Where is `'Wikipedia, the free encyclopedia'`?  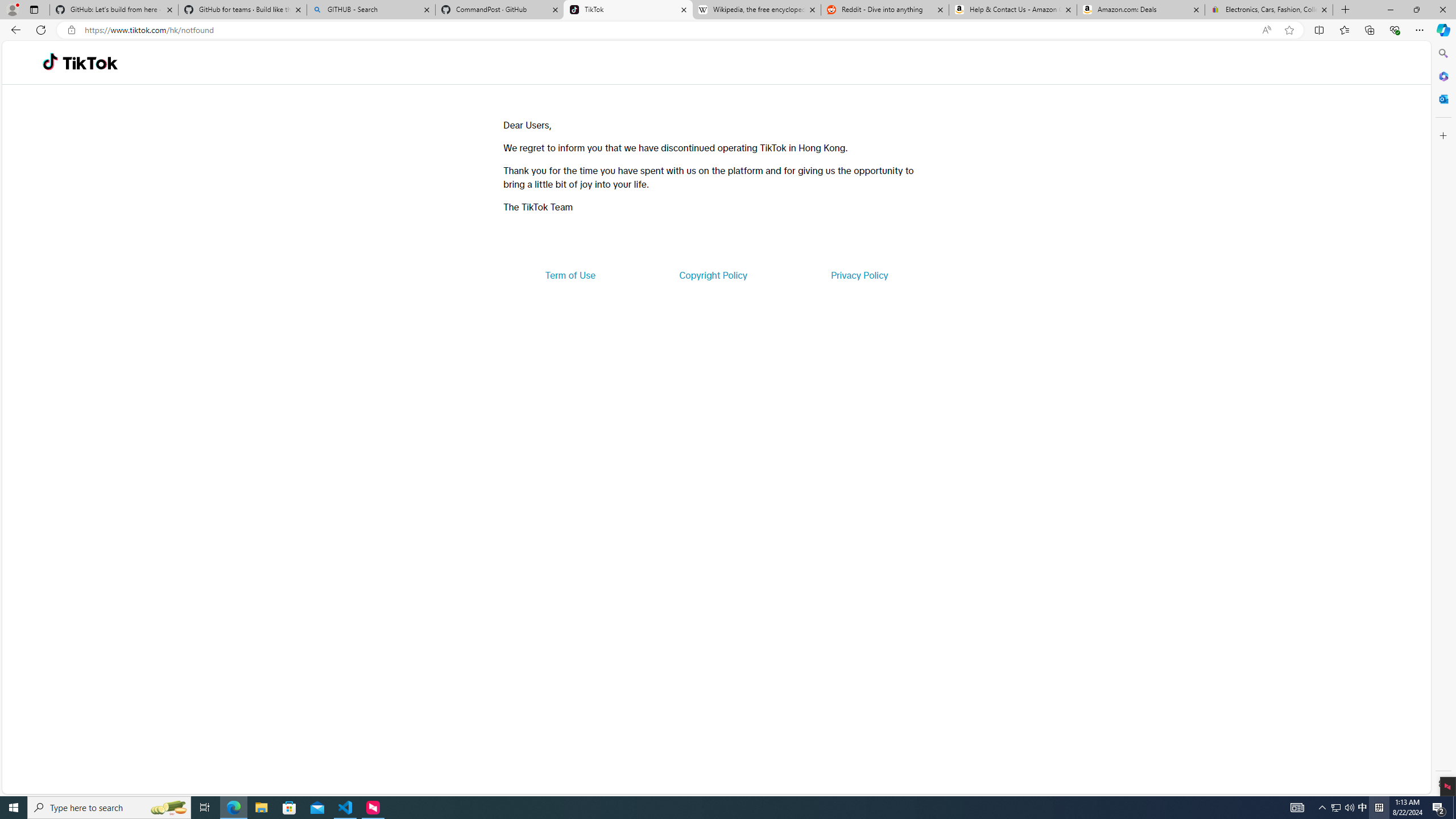
'Wikipedia, the free encyclopedia' is located at coordinates (755, 9).